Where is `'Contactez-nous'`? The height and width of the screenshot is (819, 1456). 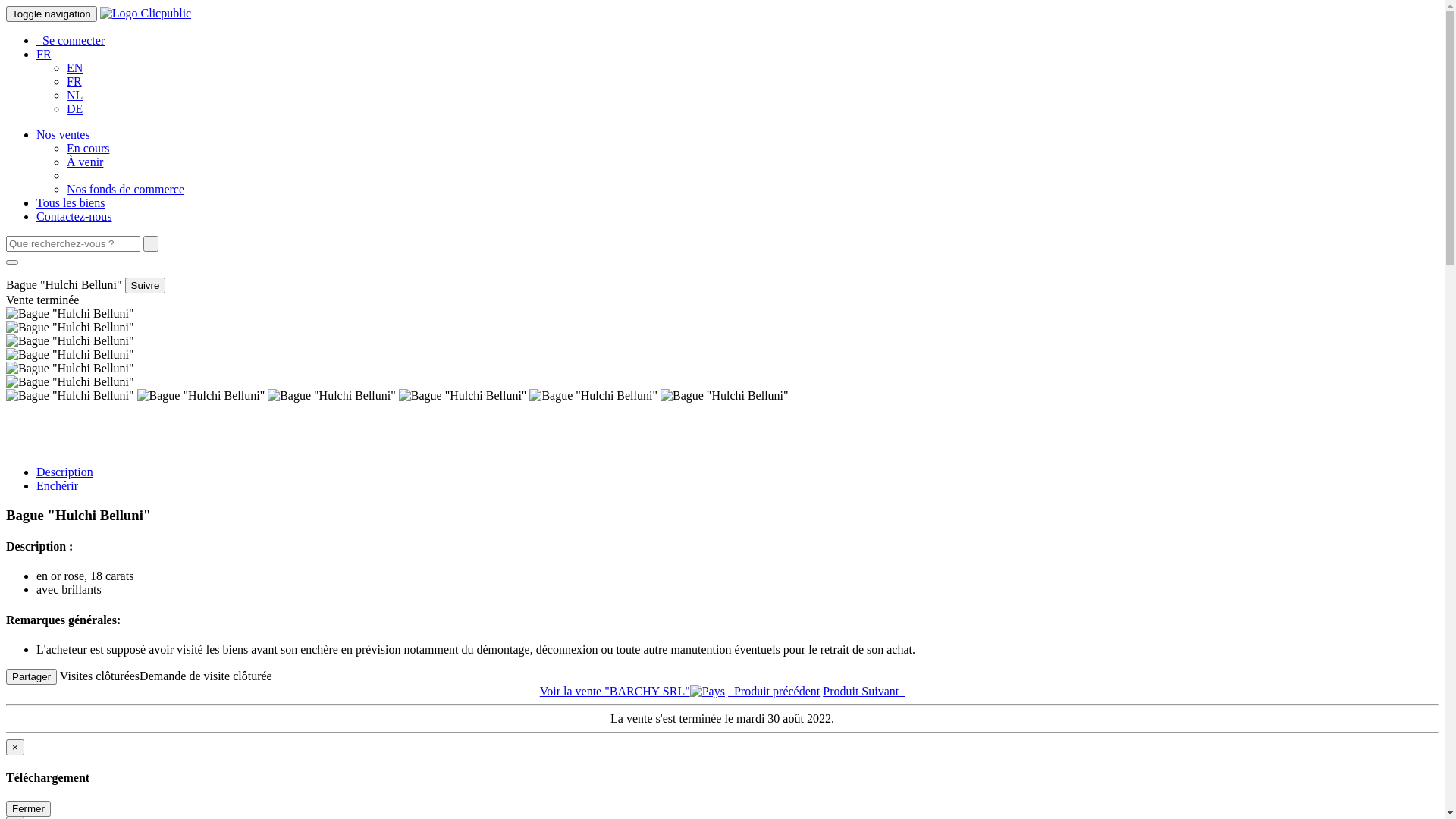 'Contactez-nous' is located at coordinates (73, 216).